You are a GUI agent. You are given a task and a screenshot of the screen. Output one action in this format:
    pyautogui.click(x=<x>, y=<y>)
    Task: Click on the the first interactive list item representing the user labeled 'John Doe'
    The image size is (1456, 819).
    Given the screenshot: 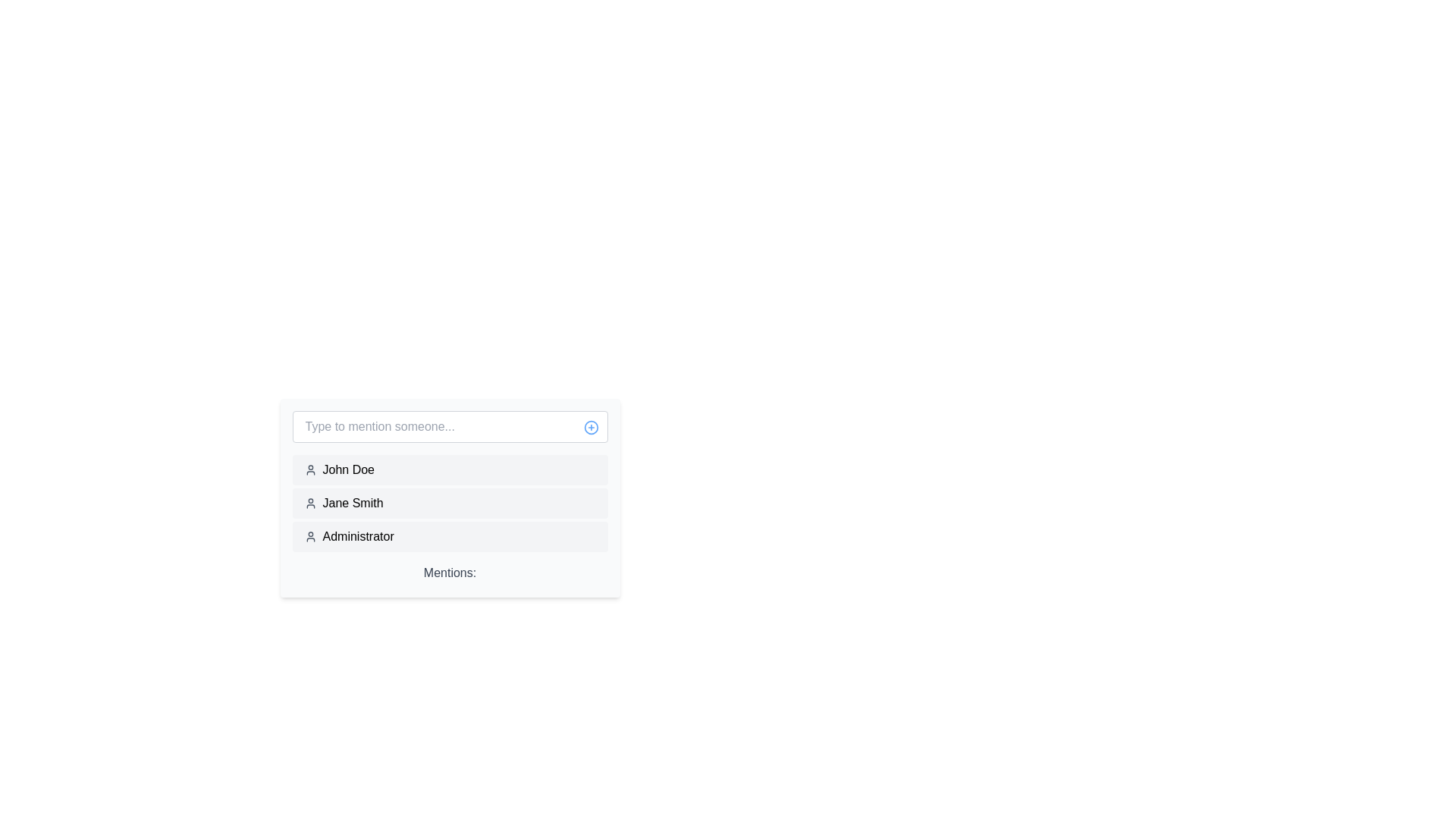 What is the action you would take?
    pyautogui.click(x=449, y=469)
    